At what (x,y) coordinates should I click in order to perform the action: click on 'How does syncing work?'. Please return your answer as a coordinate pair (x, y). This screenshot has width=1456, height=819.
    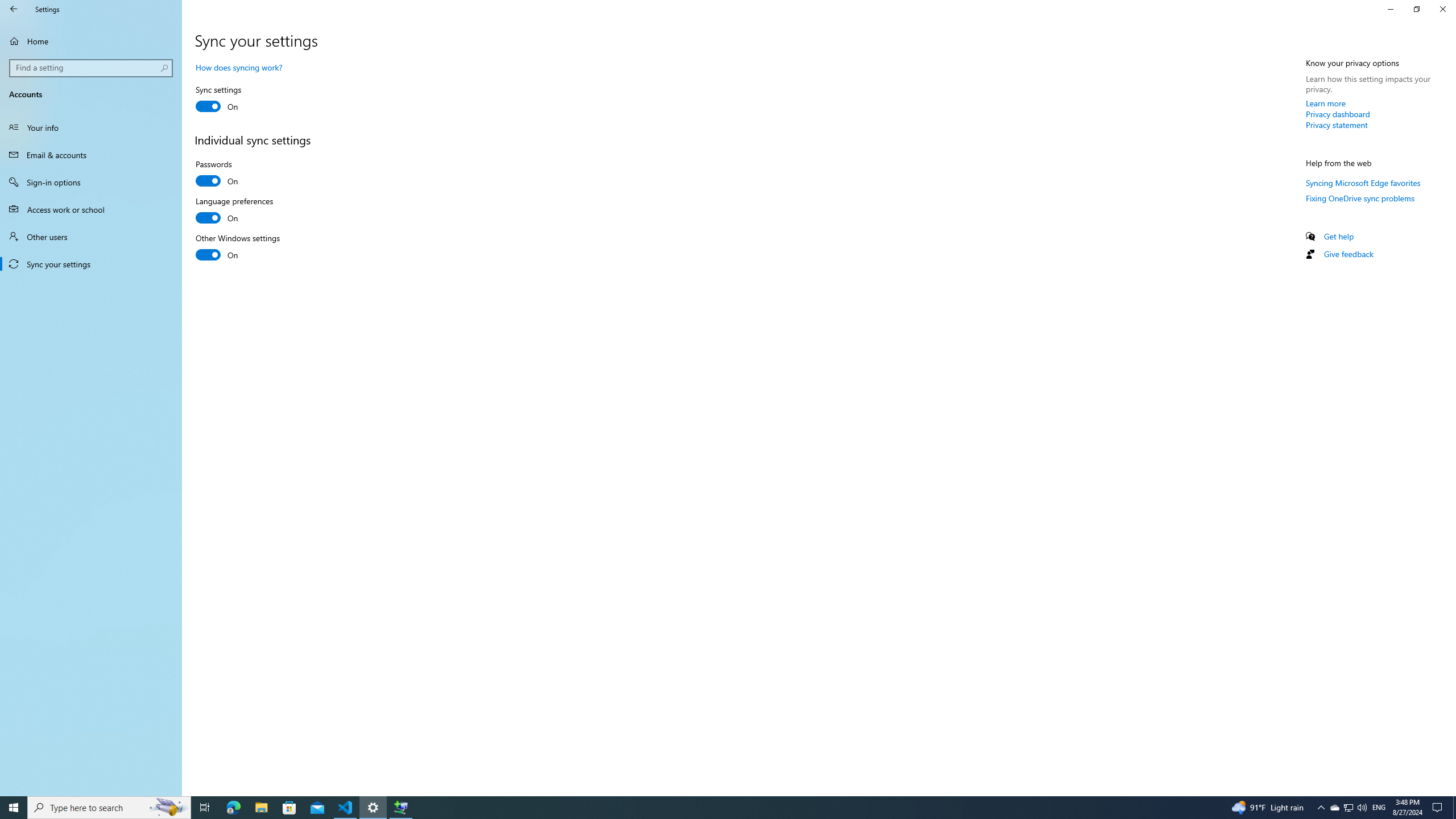
    Looking at the image, I should click on (238, 67).